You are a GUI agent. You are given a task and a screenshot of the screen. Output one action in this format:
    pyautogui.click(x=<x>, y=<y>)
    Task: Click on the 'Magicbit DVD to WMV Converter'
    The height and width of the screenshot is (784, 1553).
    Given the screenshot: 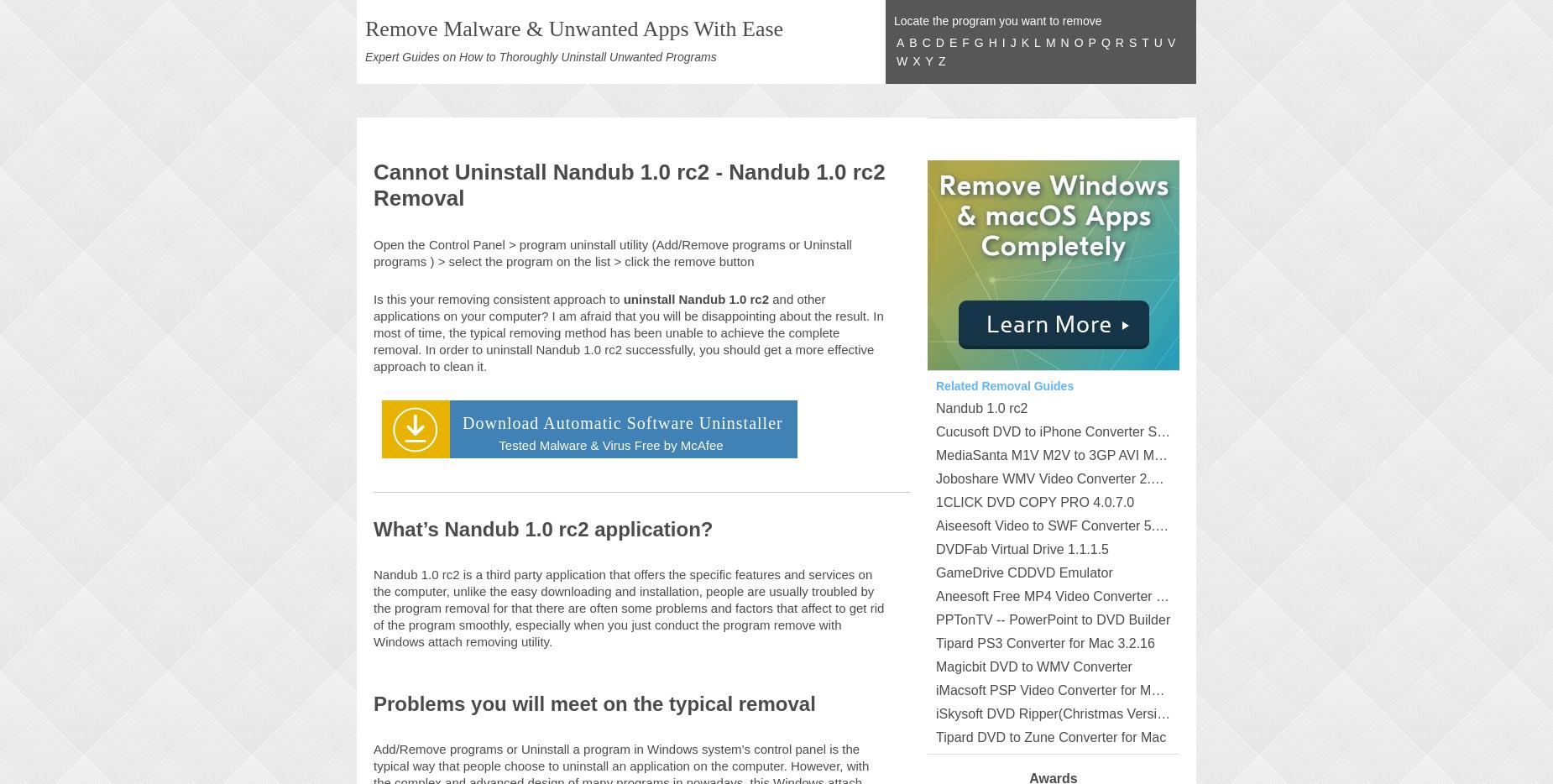 What is the action you would take?
    pyautogui.click(x=934, y=666)
    